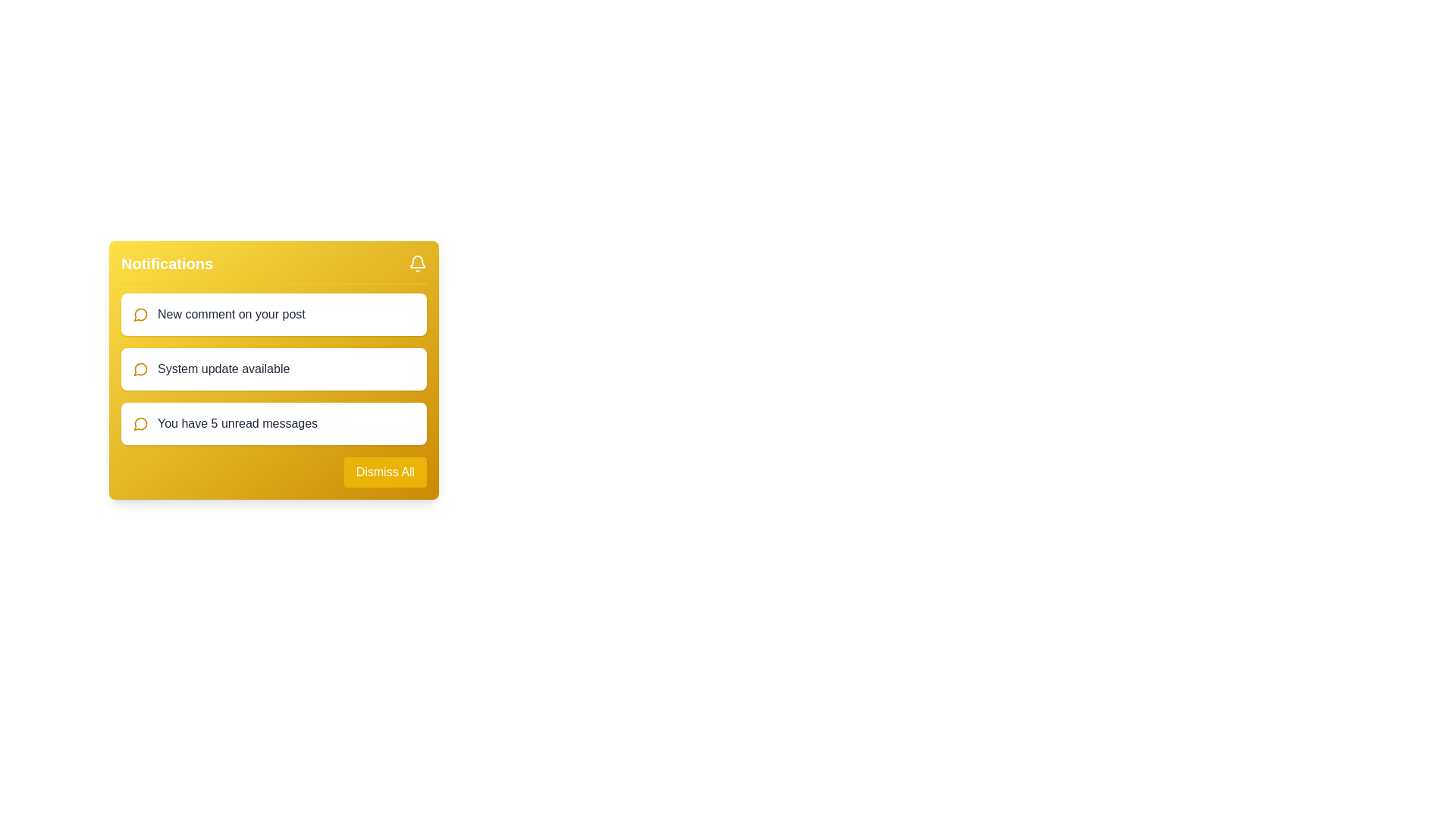 Image resolution: width=1456 pixels, height=819 pixels. I want to click on the Notification card displaying a message about a system update, which is located below the 'New comment on your post' card in the yellow notification panel, so click(274, 369).